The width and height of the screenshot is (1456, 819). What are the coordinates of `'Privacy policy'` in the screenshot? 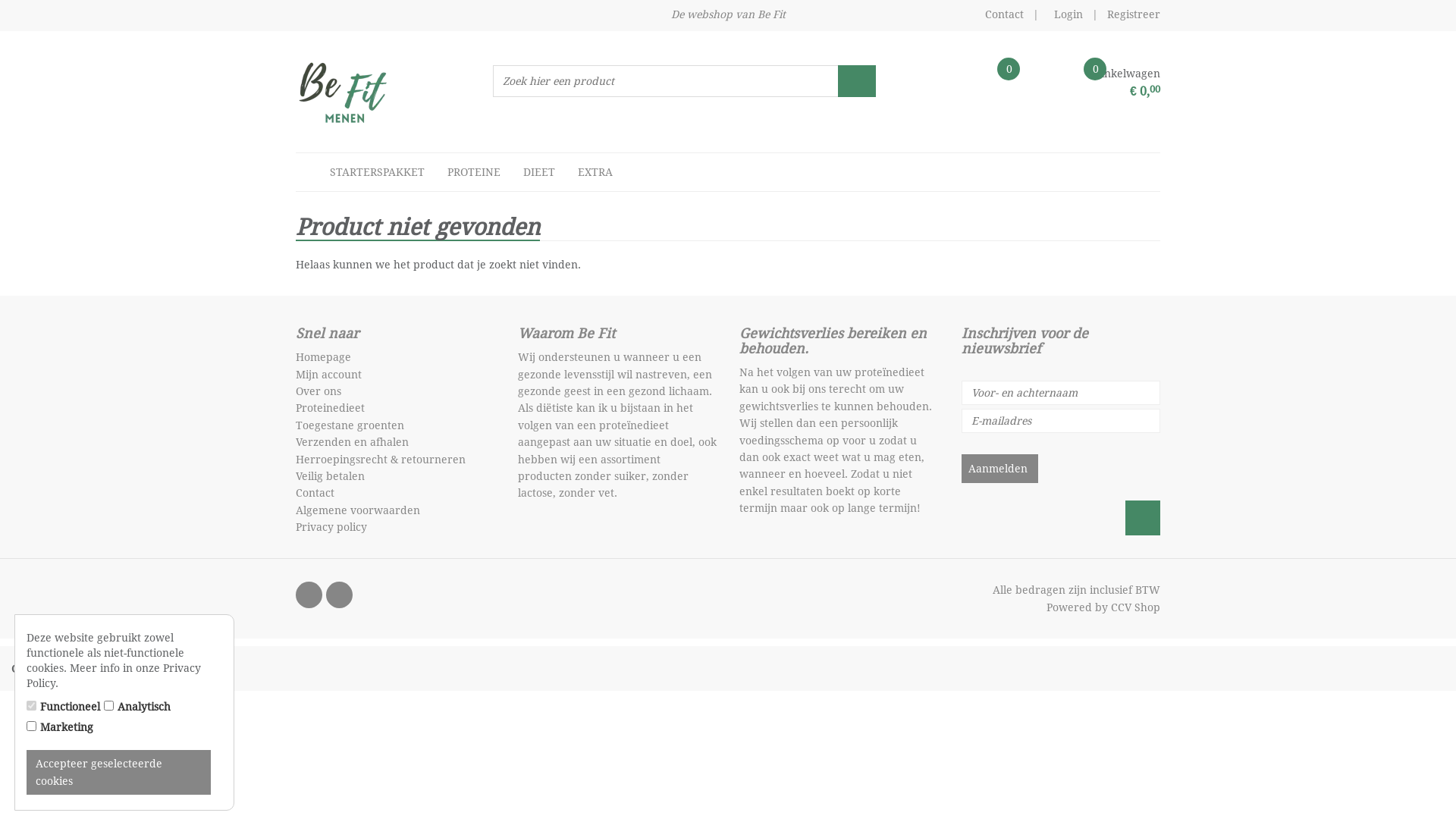 It's located at (295, 526).